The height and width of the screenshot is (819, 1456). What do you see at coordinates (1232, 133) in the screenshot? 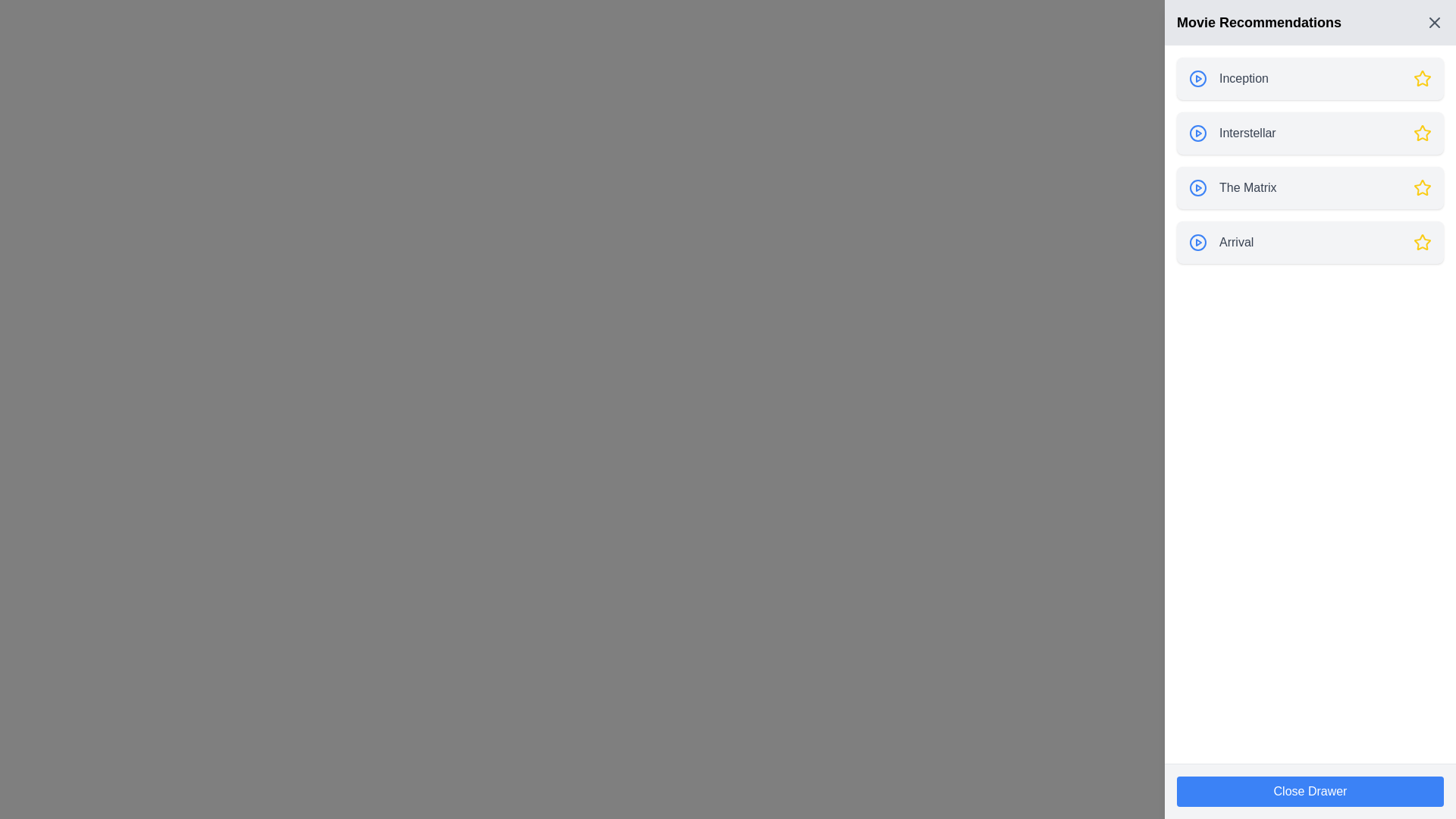
I see `the text 'Interstellar'` at bounding box center [1232, 133].